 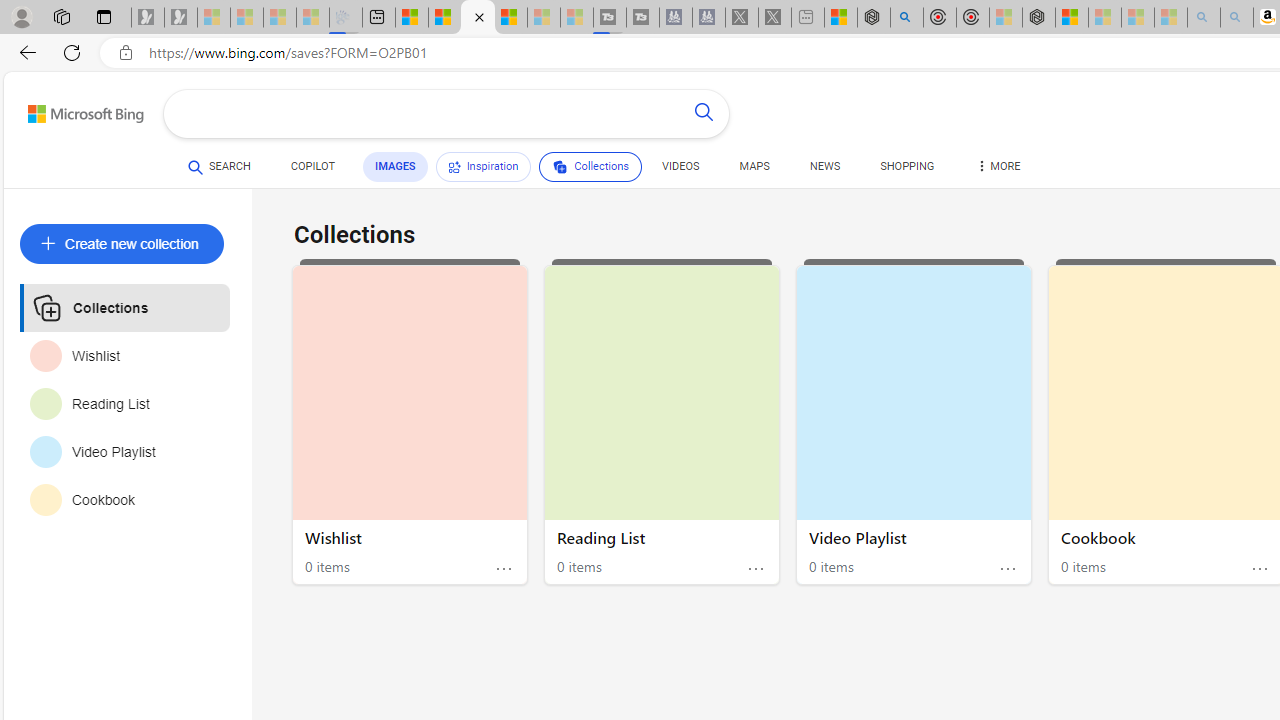 What do you see at coordinates (906, 168) in the screenshot?
I see `'SHOPPING'` at bounding box center [906, 168].